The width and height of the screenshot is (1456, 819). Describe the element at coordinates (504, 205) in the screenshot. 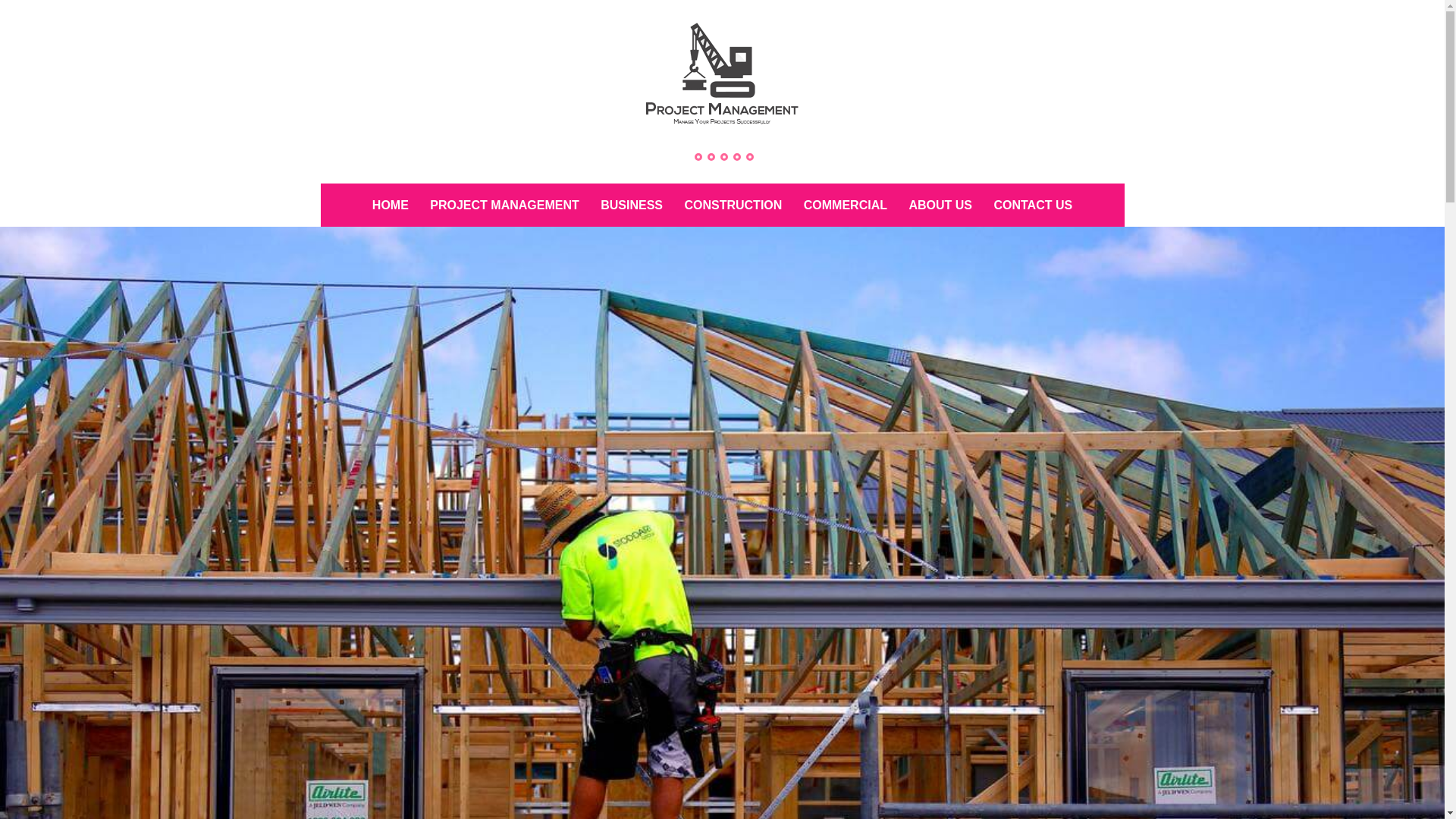

I see `'PROJECT MANAGEMENT'` at that location.